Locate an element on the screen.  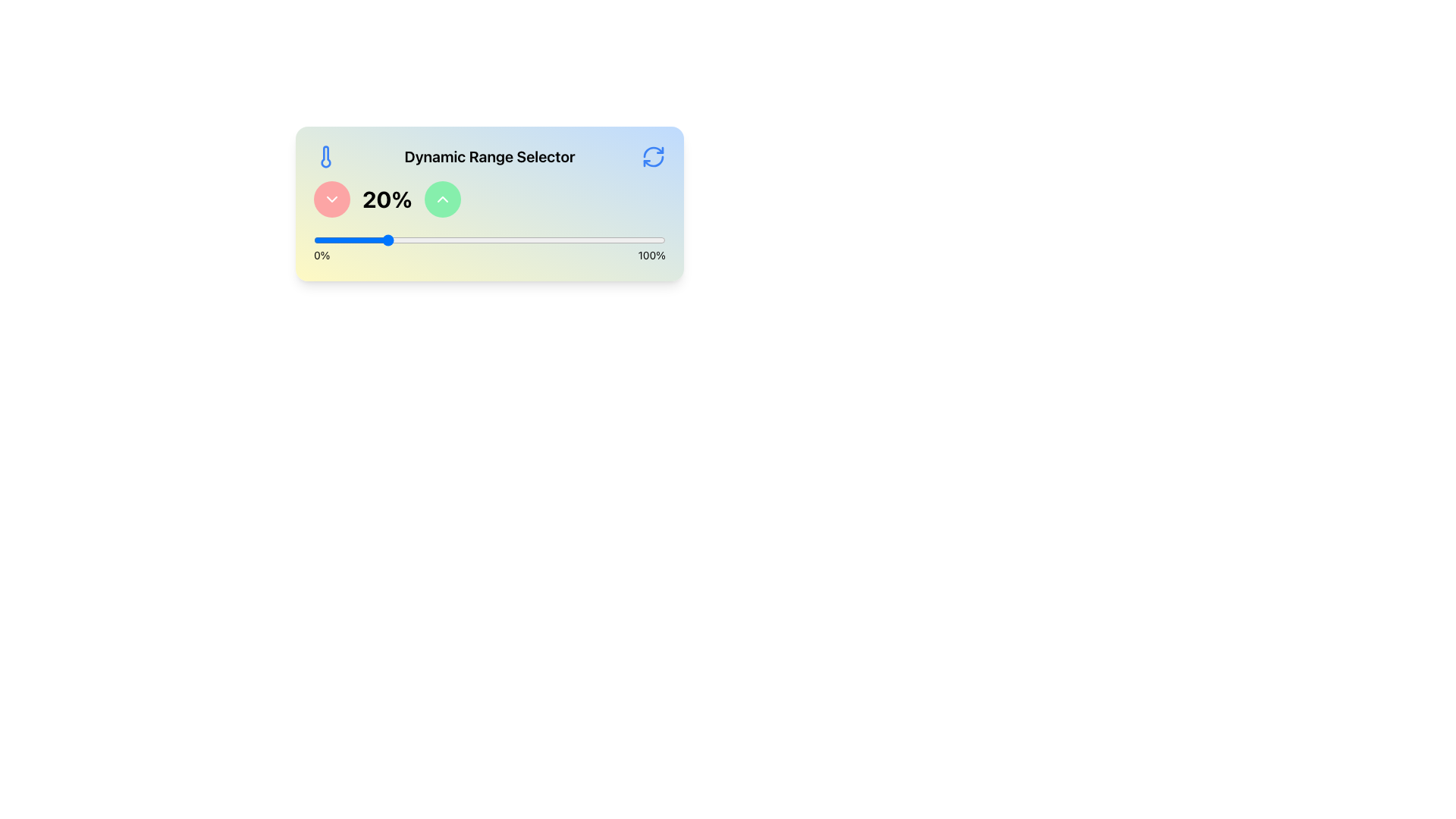
the blue thermometer-shaped icon located to the left of the 'Dynamic Range Selector' text in the header section is located at coordinates (325, 157).